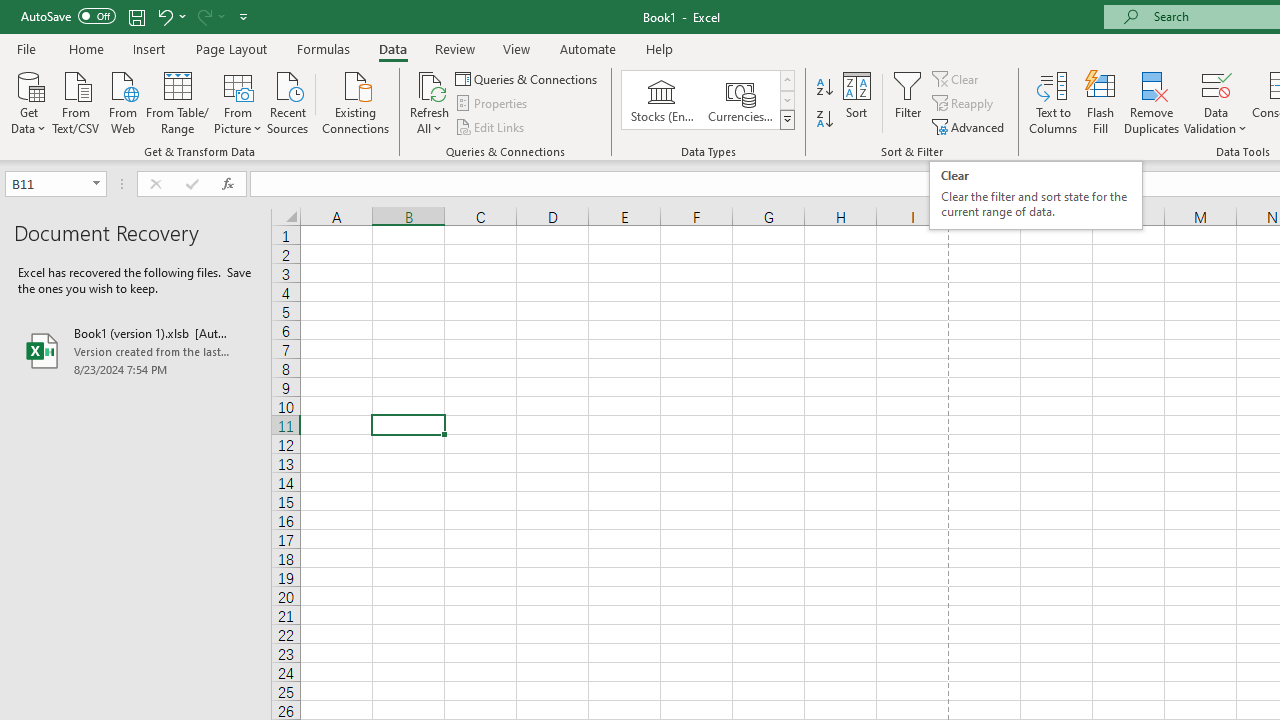 The width and height of the screenshot is (1280, 720). Describe the element at coordinates (121, 101) in the screenshot. I see `'From Web'` at that location.